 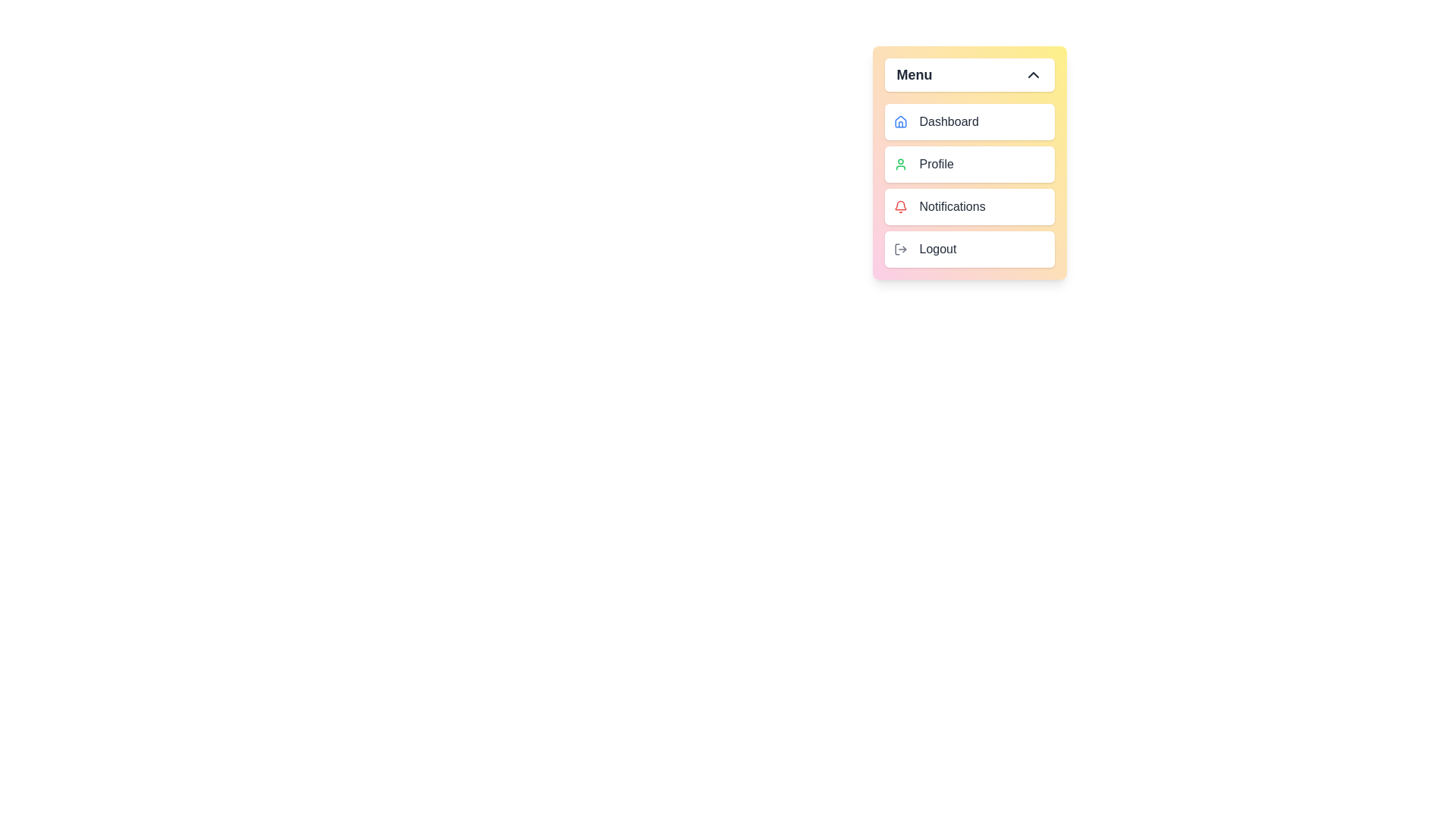 What do you see at coordinates (968, 164) in the screenshot?
I see `the menu item Profile to preview its action` at bounding box center [968, 164].